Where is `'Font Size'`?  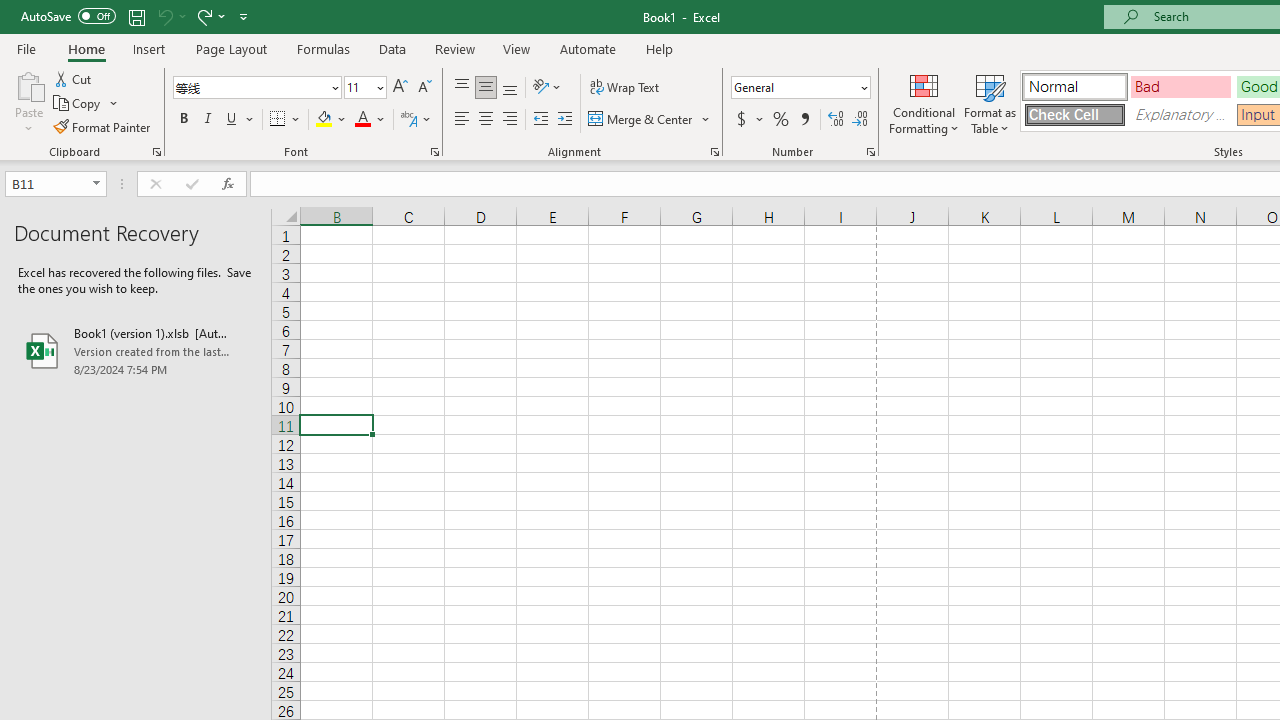
'Font Size' is located at coordinates (365, 86).